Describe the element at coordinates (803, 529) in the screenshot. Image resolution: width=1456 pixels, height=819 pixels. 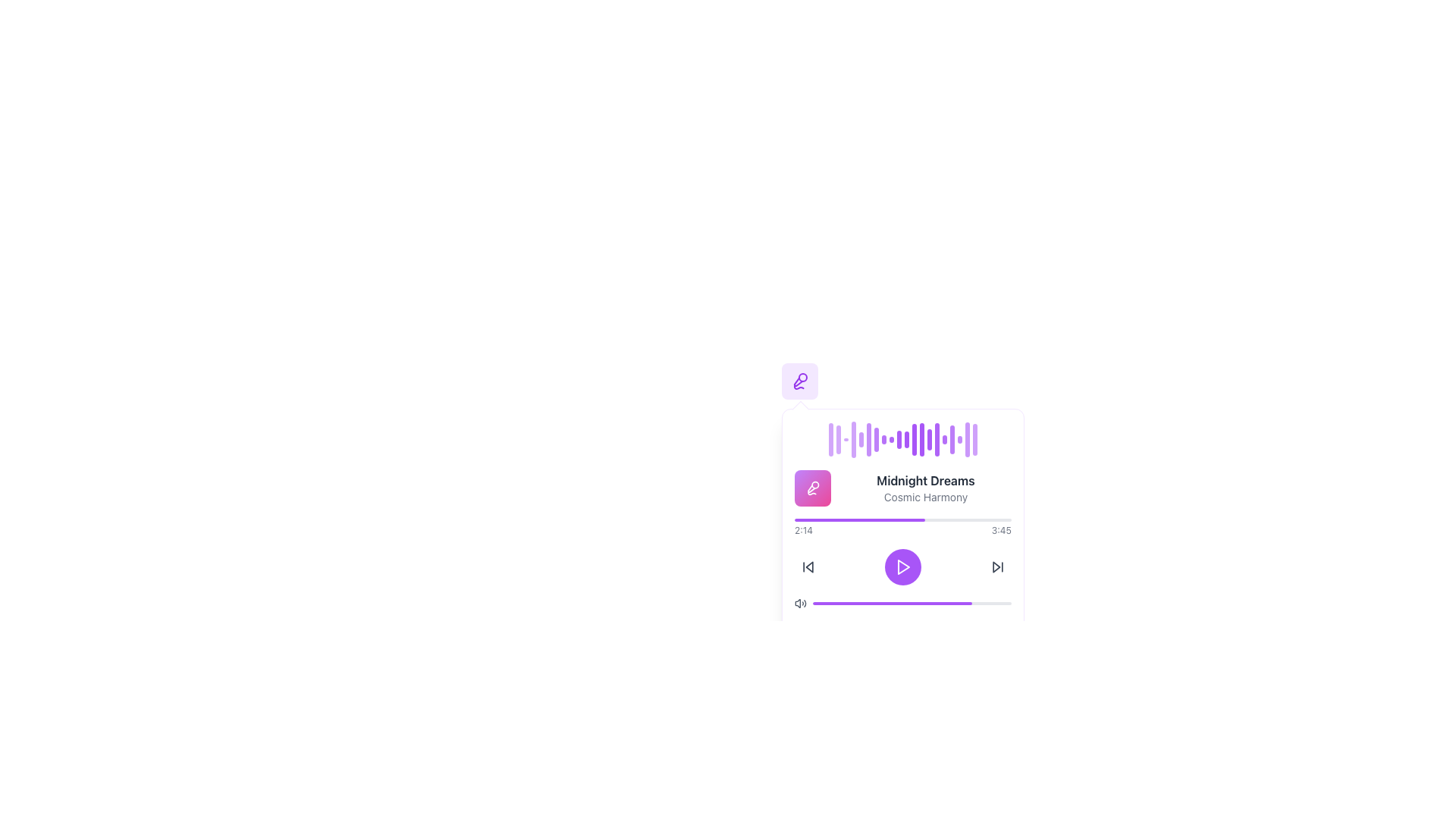
I see `current playback time displayed in the text label '2:14' located at the bottom left of the media timeline` at that location.